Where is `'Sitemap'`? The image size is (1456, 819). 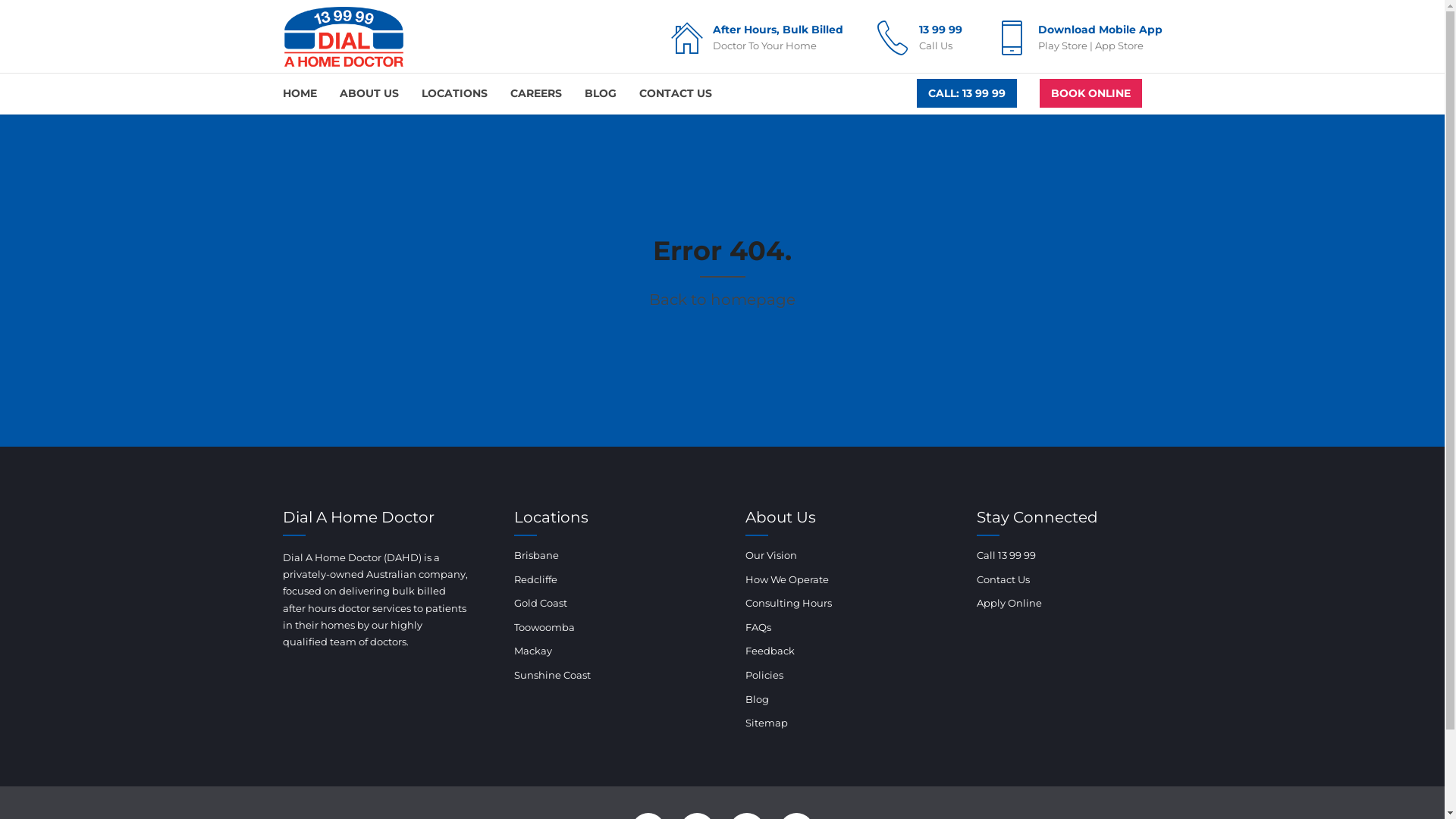 'Sitemap' is located at coordinates (765, 721).